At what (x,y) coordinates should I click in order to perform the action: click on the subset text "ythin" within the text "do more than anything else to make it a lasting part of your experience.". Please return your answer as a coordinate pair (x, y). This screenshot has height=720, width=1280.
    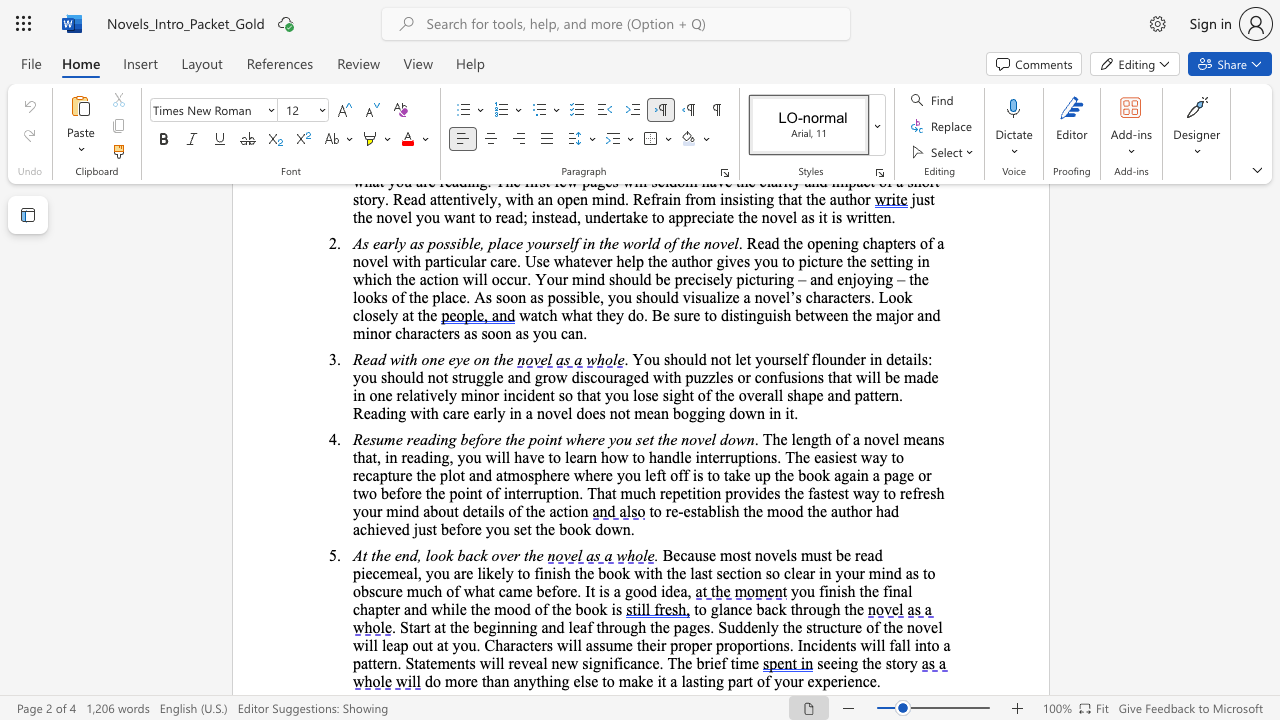
    Looking at the image, I should click on (528, 680).